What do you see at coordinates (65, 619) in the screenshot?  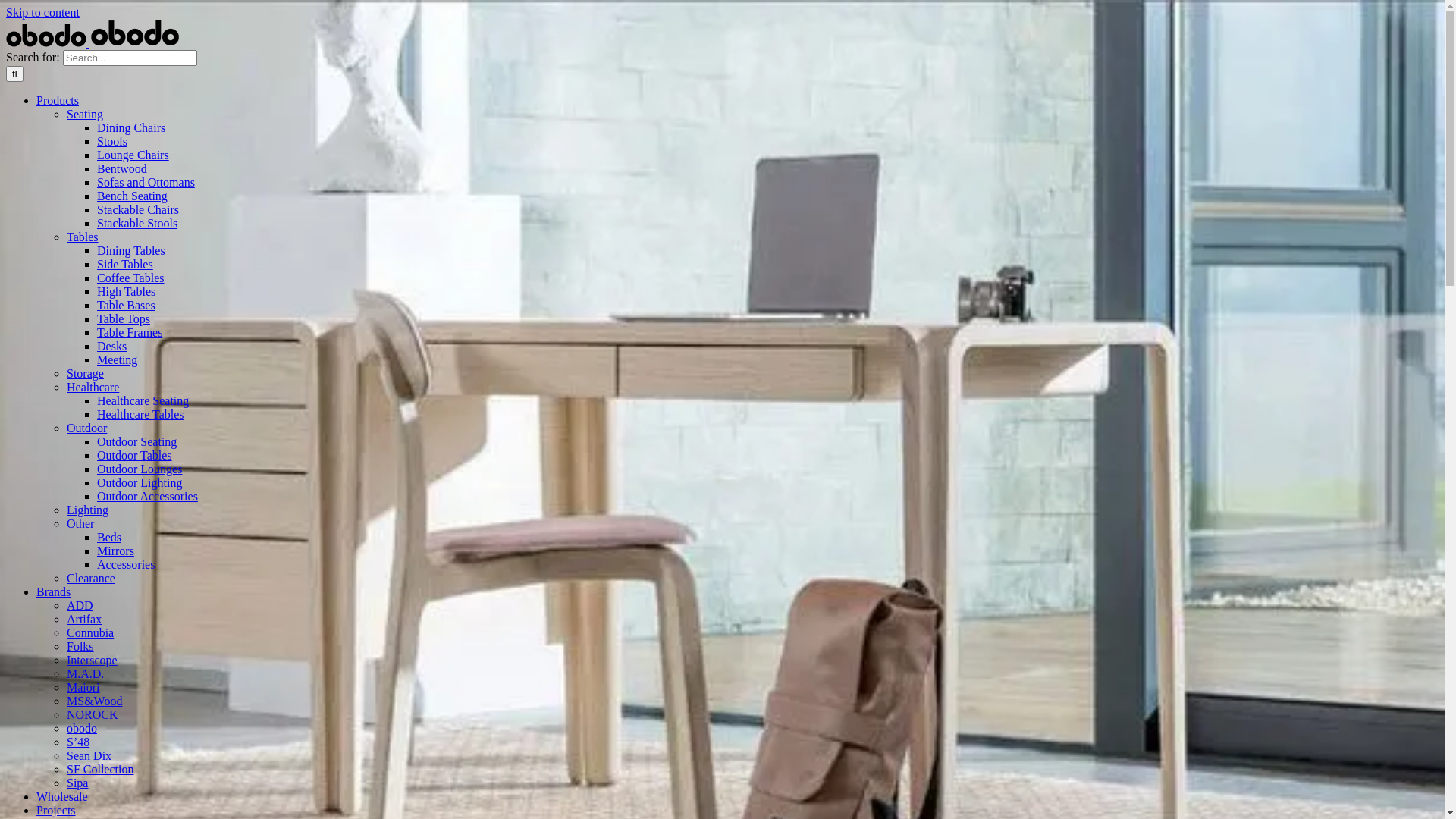 I see `'Artifax'` at bounding box center [65, 619].